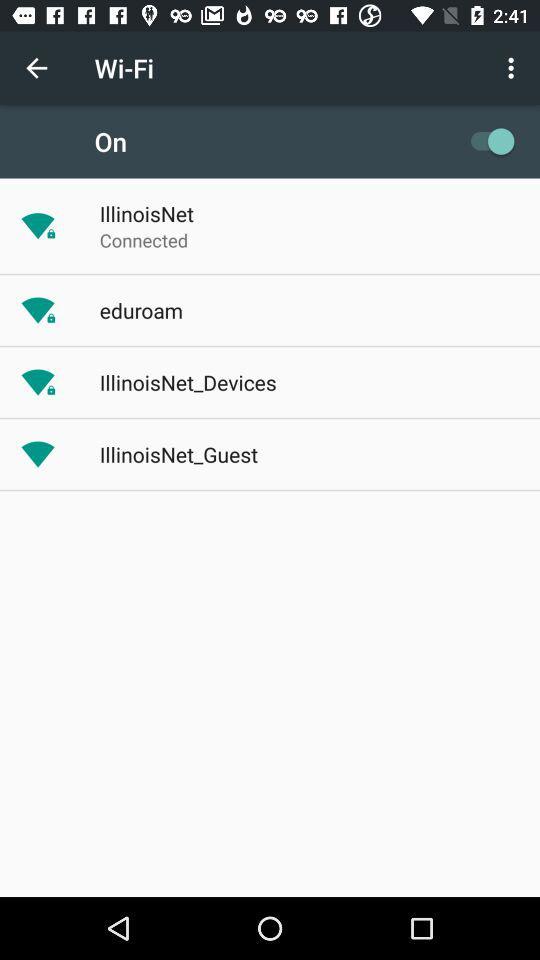 The width and height of the screenshot is (540, 960). What do you see at coordinates (143, 240) in the screenshot?
I see `the item above eduroam` at bounding box center [143, 240].